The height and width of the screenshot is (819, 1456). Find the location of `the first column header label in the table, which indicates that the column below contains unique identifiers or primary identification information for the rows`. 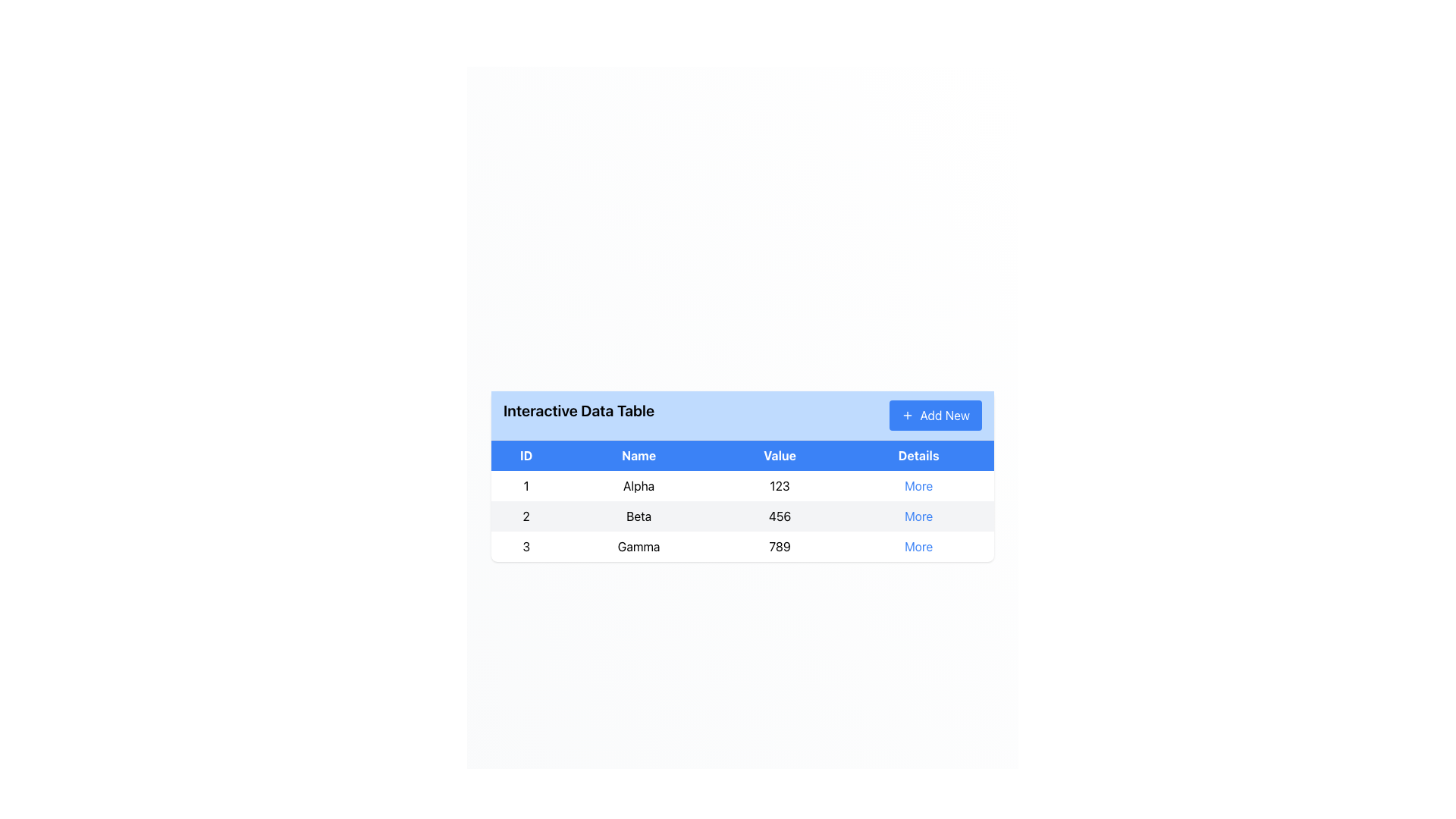

the first column header label in the table, which indicates that the column below contains unique identifiers or primary identification information for the rows is located at coordinates (526, 454).